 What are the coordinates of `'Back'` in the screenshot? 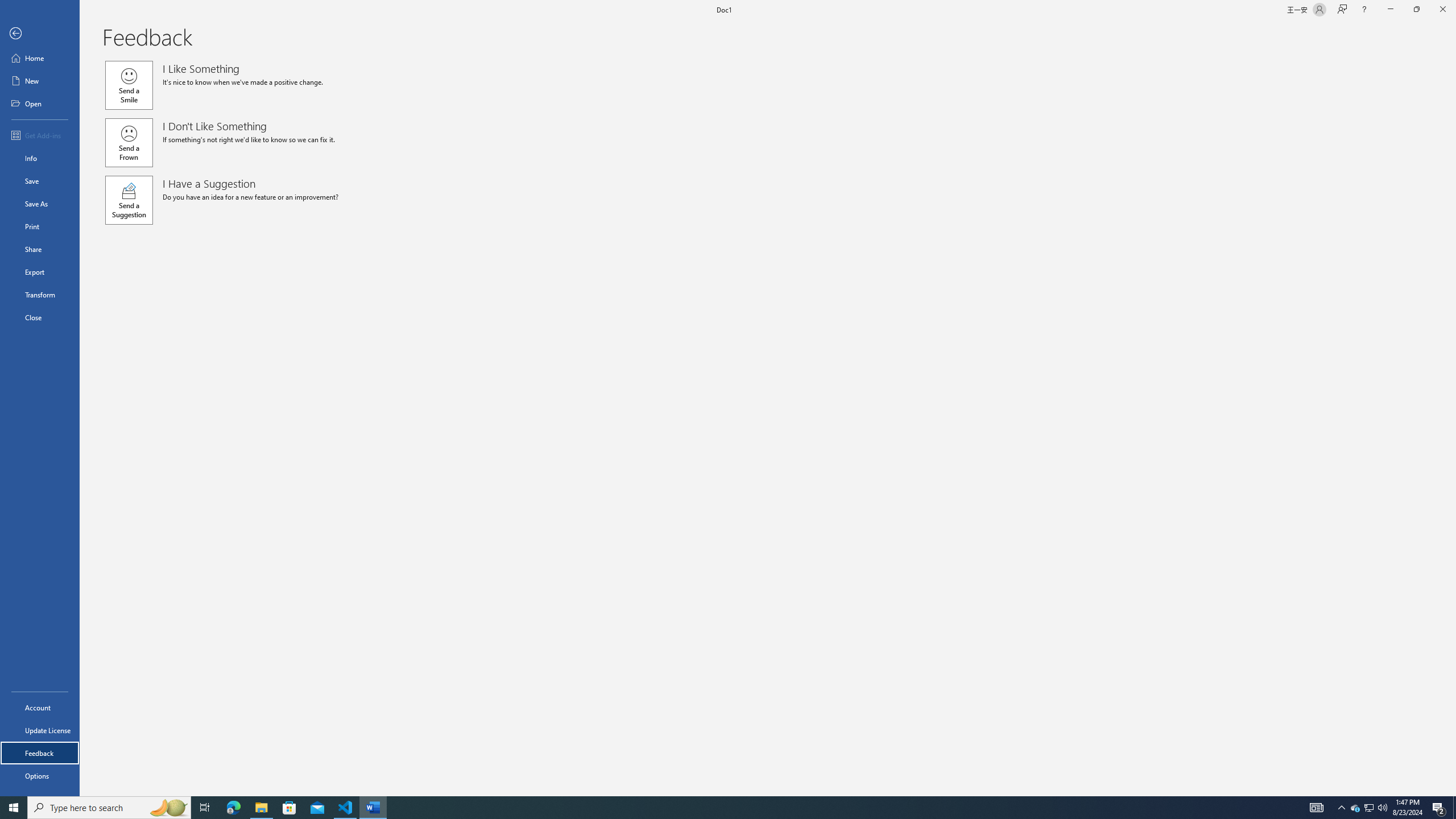 It's located at (39, 33).